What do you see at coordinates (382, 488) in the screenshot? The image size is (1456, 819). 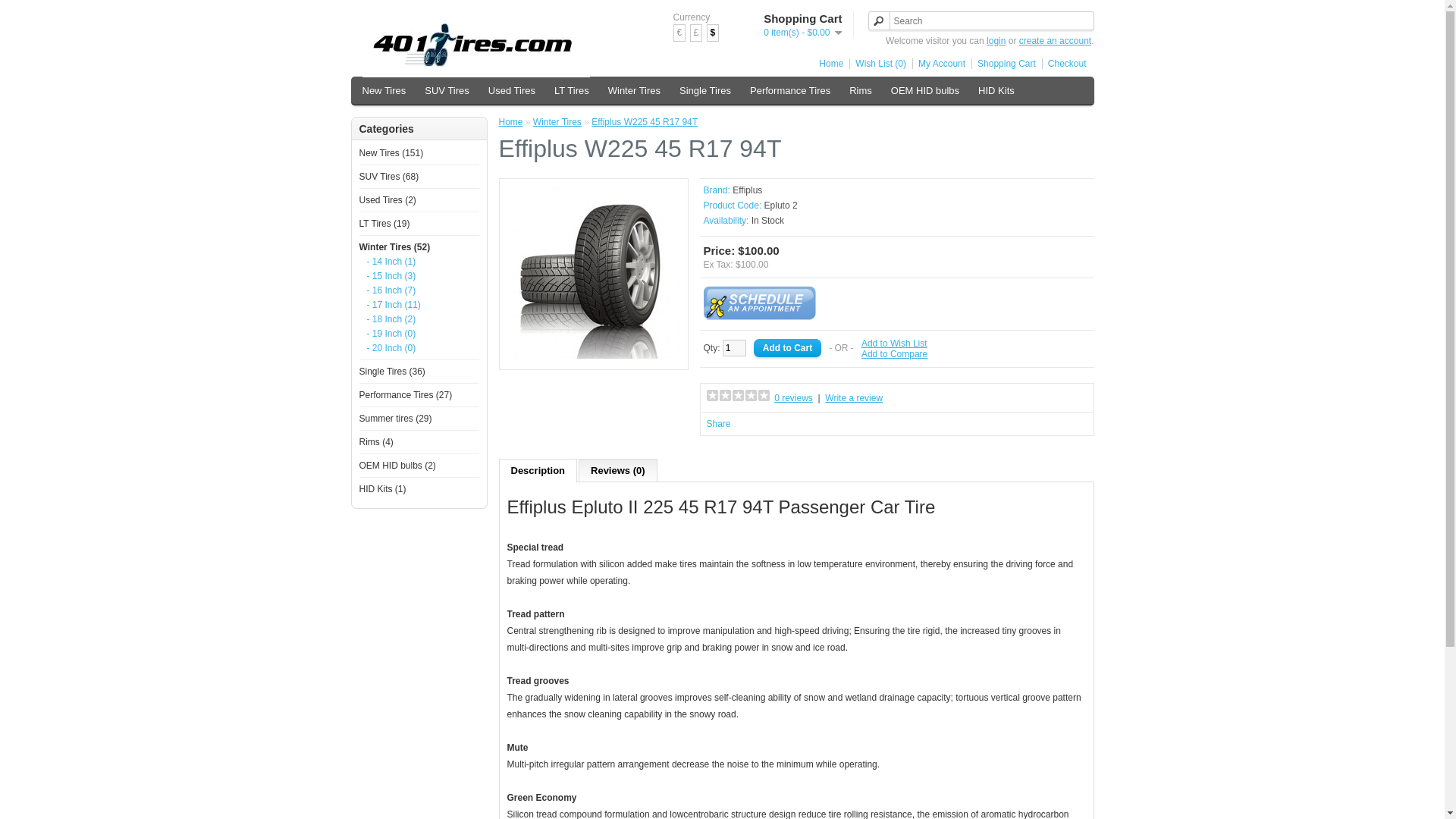 I see `'HID Kits (1)'` at bounding box center [382, 488].